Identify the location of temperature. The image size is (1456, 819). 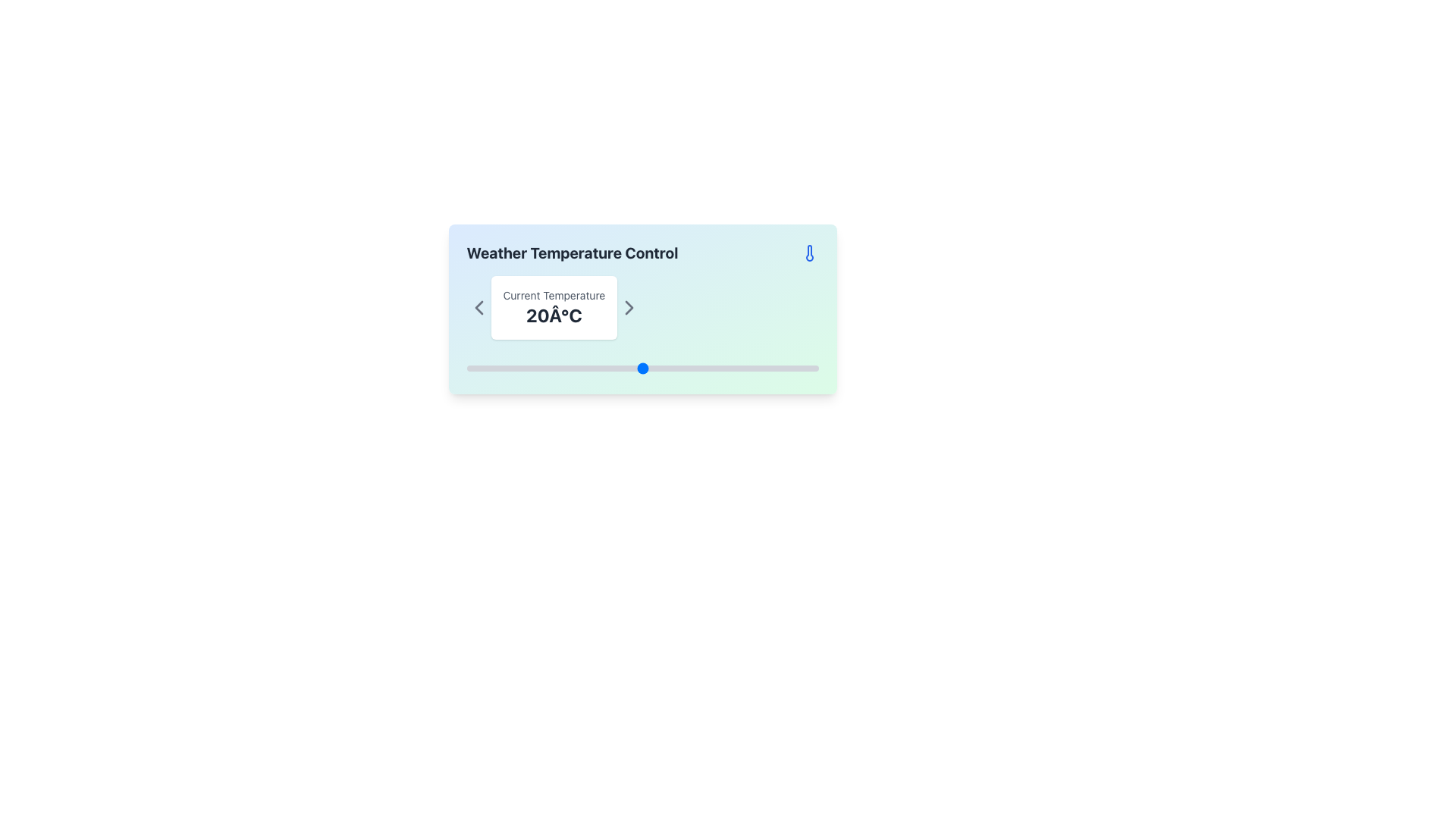
(625, 369).